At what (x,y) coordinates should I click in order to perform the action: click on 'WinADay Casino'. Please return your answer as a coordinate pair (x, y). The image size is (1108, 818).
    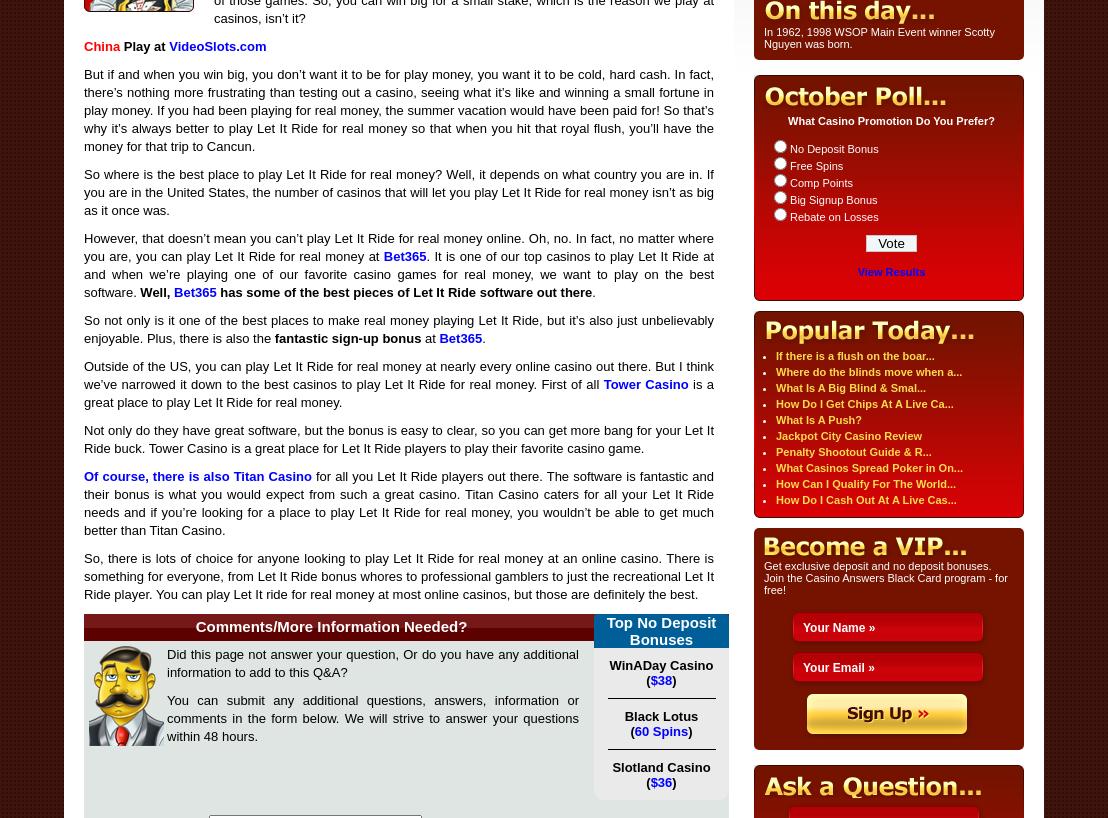
    Looking at the image, I should click on (661, 665).